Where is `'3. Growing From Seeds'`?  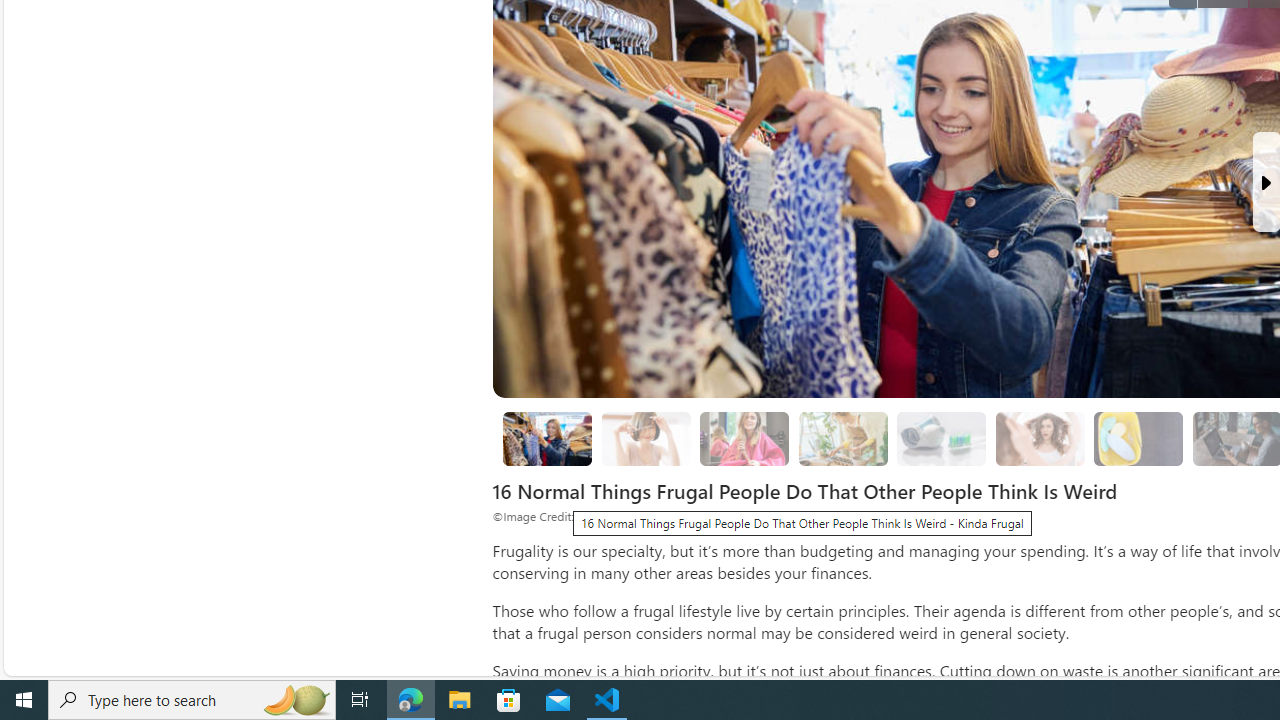
'3. Growing From Seeds' is located at coordinates (843, 438).